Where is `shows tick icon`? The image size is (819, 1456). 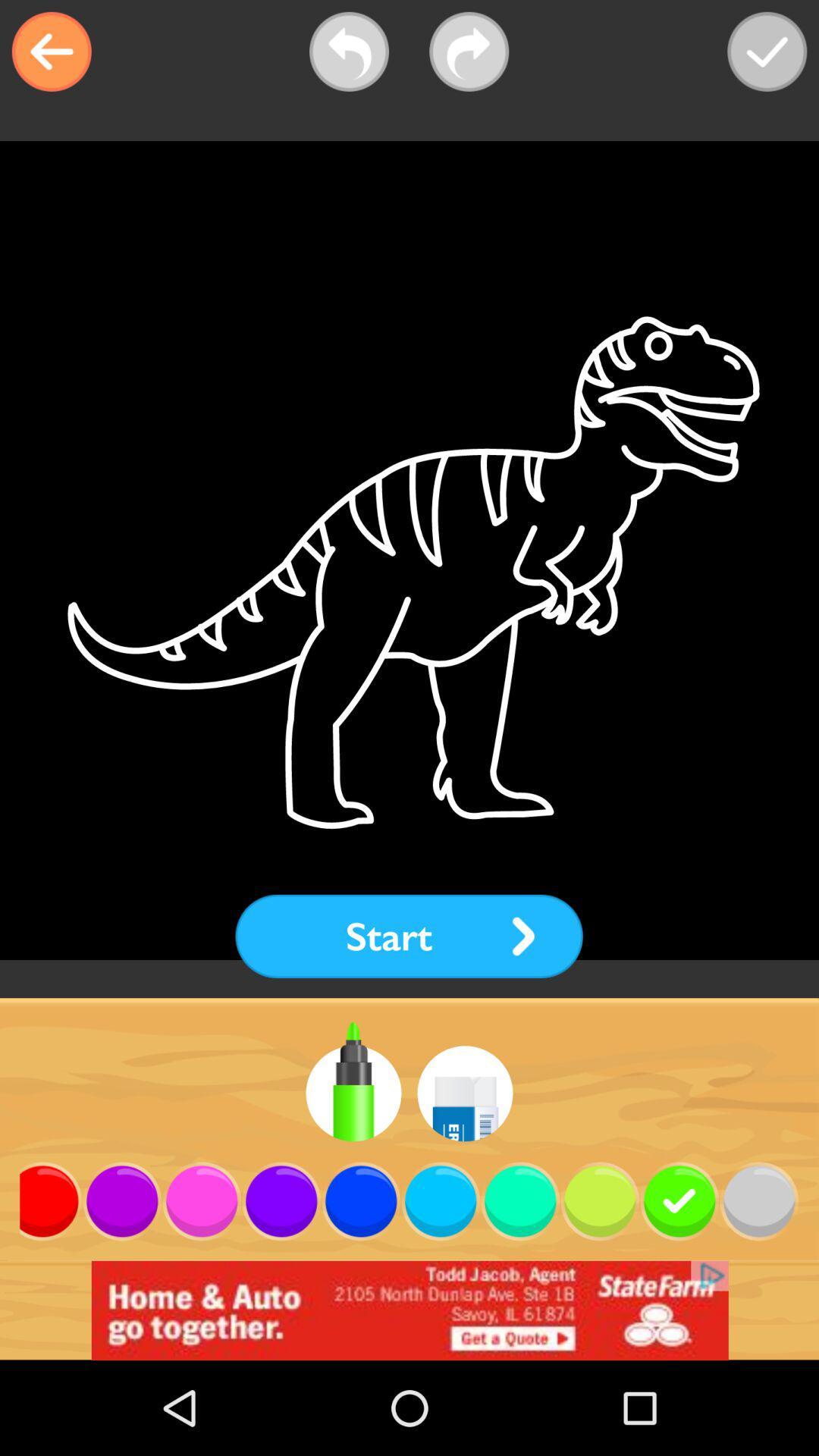
shows tick icon is located at coordinates (767, 52).